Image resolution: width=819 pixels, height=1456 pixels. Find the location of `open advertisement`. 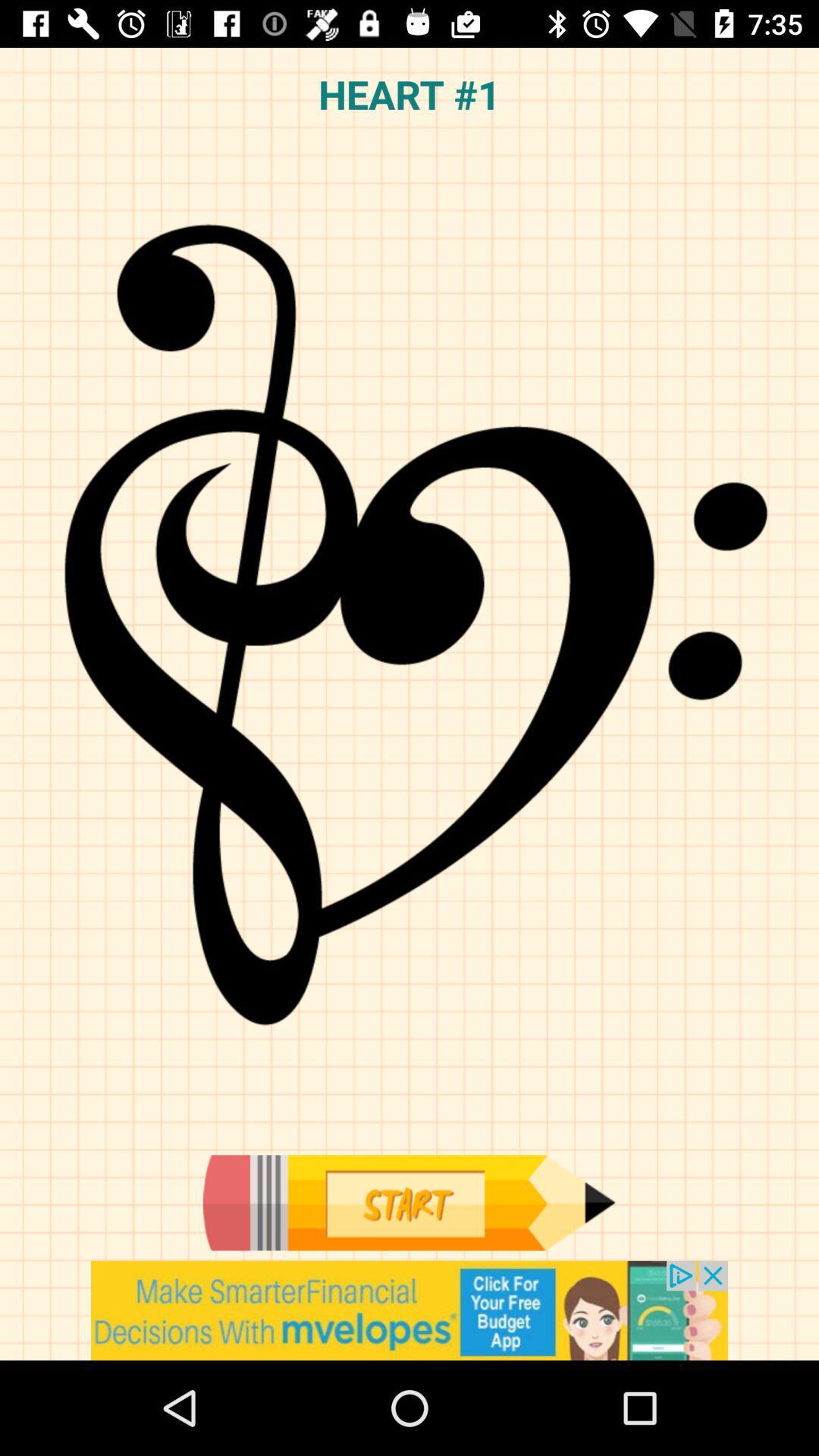

open advertisement is located at coordinates (409, 1310).